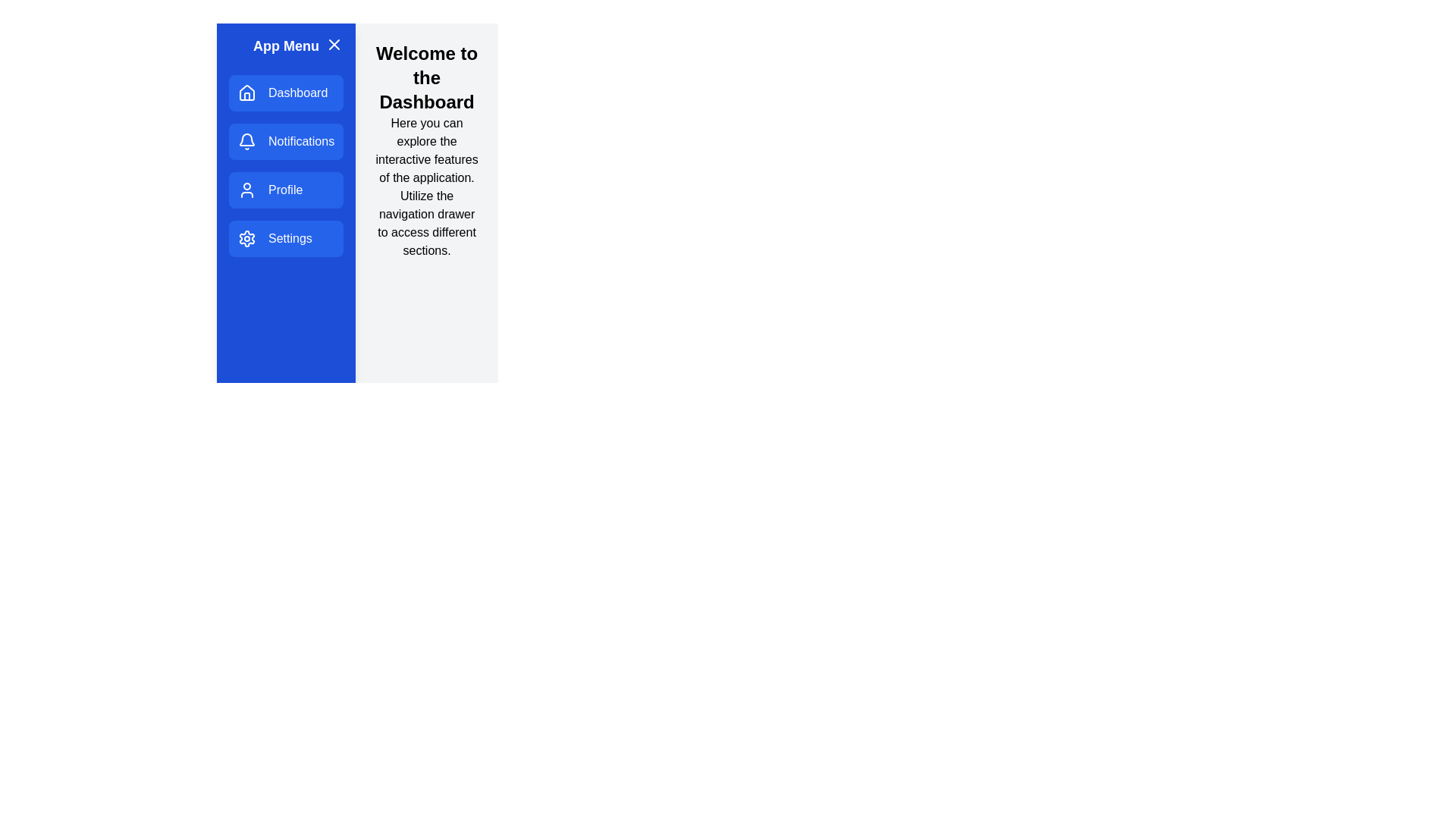 This screenshot has height=819, width=1456. Describe the element at coordinates (334, 43) in the screenshot. I see `the close button represented by a white cross on a blue background located at the top-right corner of the sidebar menu` at that location.